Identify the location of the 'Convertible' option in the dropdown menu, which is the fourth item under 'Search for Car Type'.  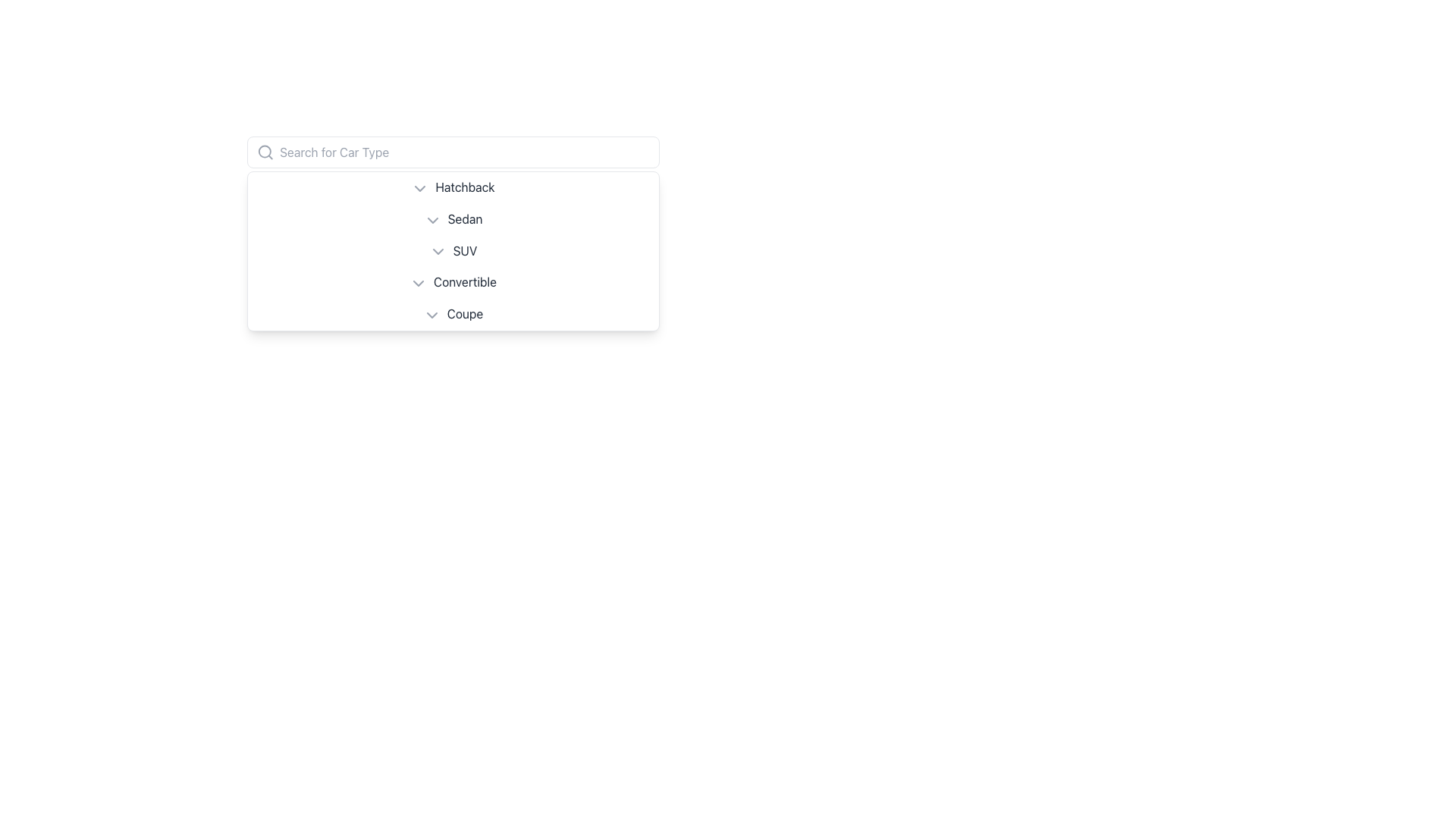
(452, 283).